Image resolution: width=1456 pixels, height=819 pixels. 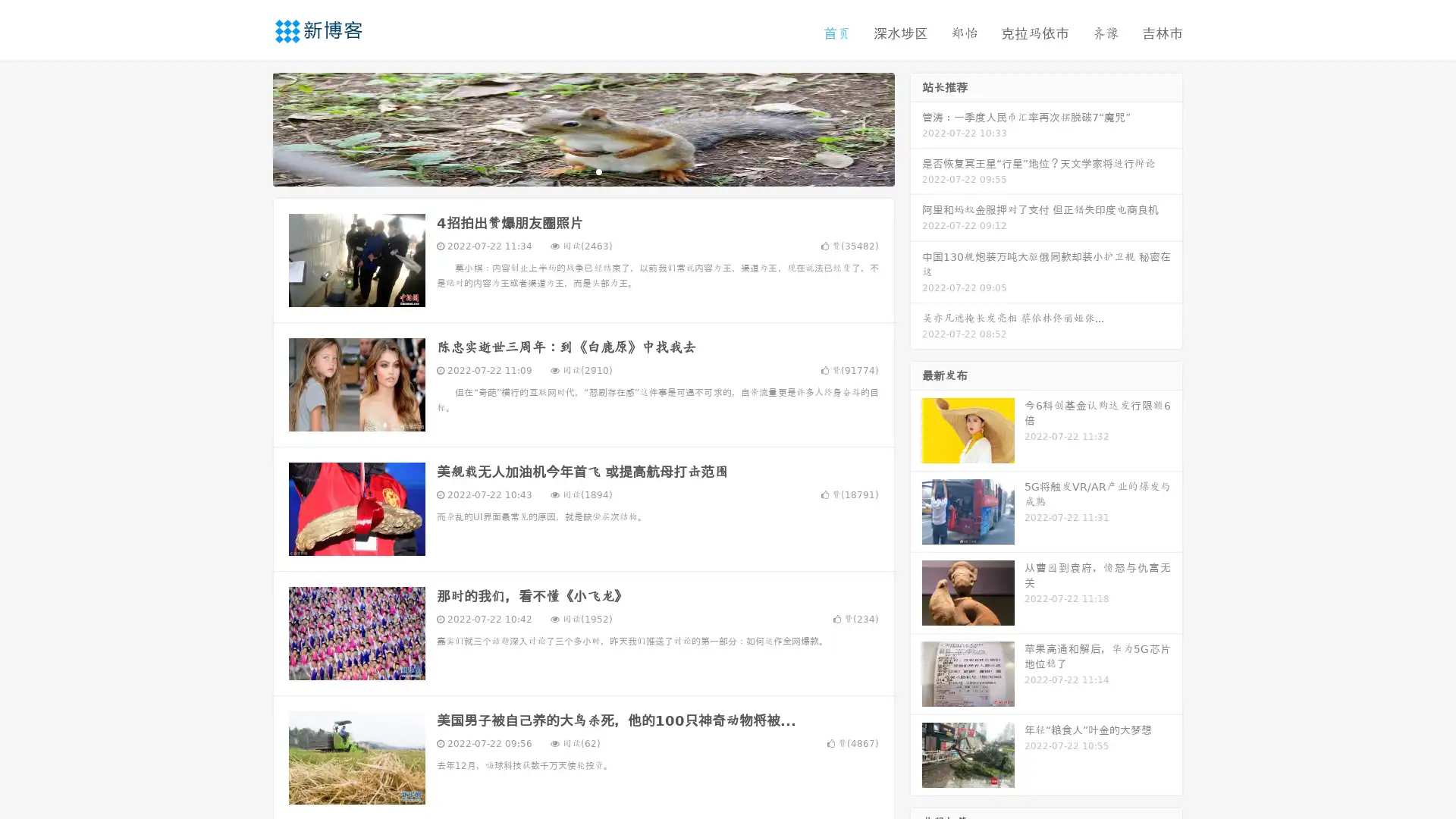 I want to click on Go to slide 2, so click(x=582, y=171).